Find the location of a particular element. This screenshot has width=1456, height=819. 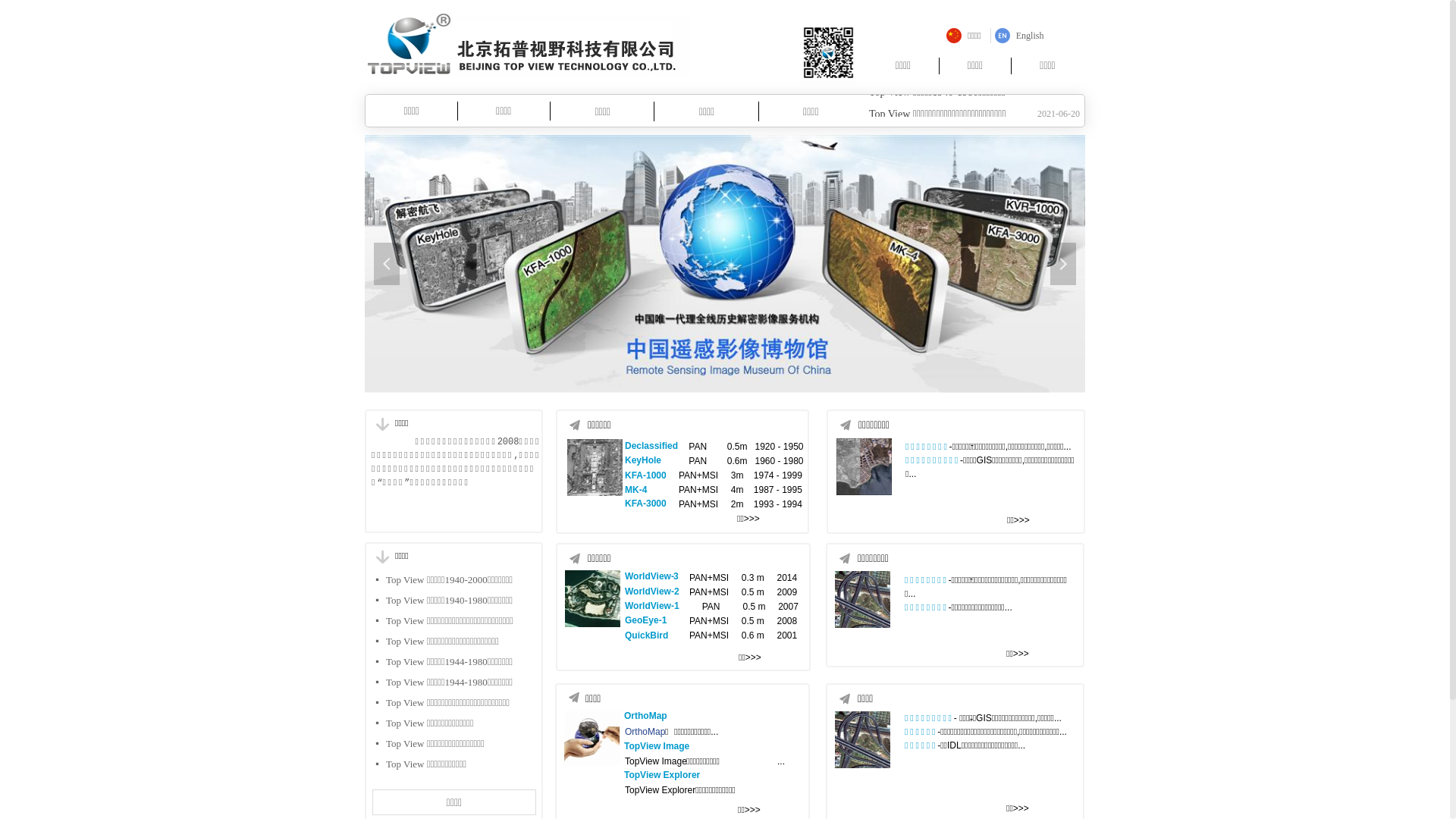

'KeyHole' is located at coordinates (644, 459).